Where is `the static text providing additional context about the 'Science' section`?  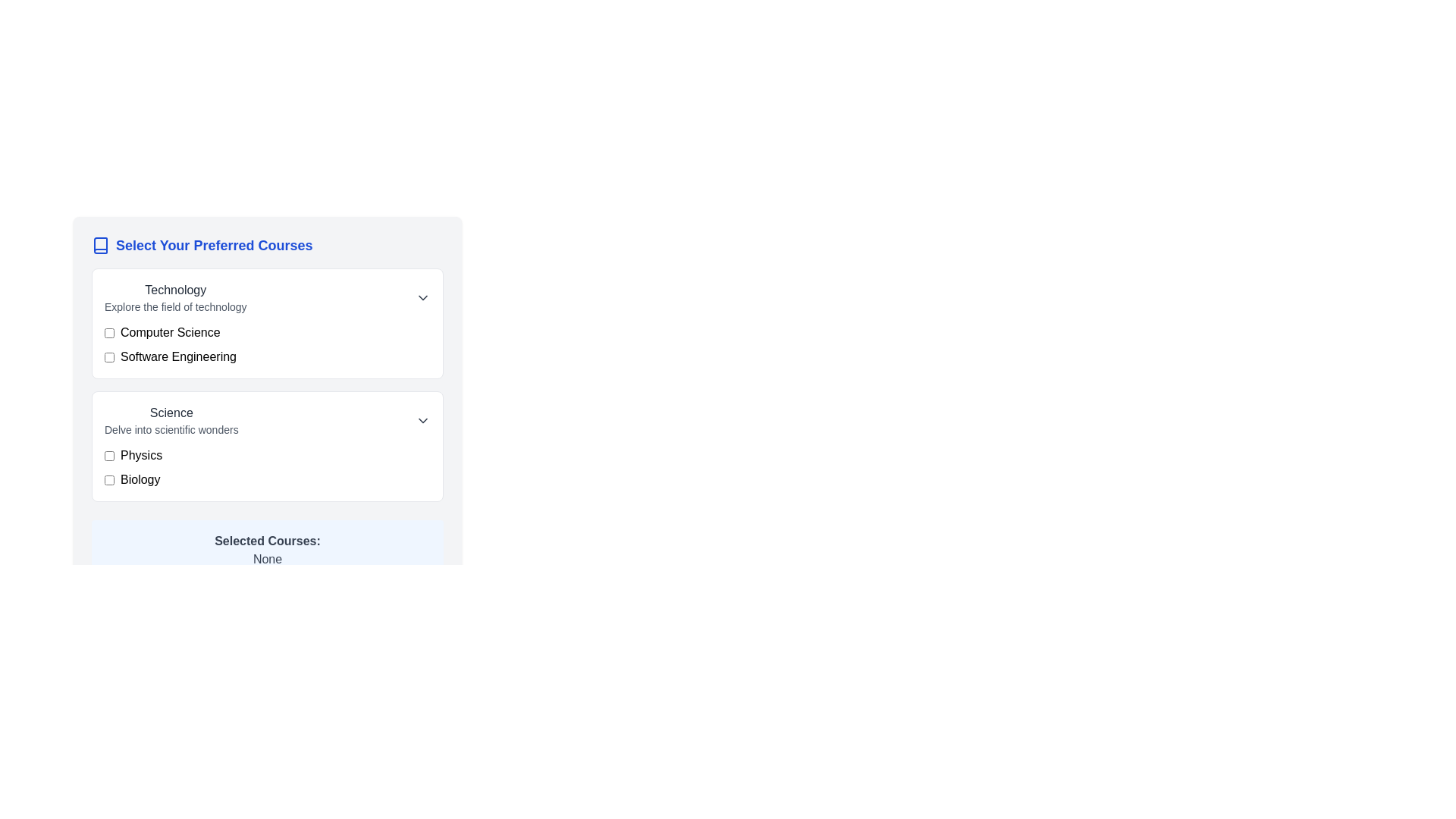
the static text providing additional context about the 'Science' section is located at coordinates (171, 430).